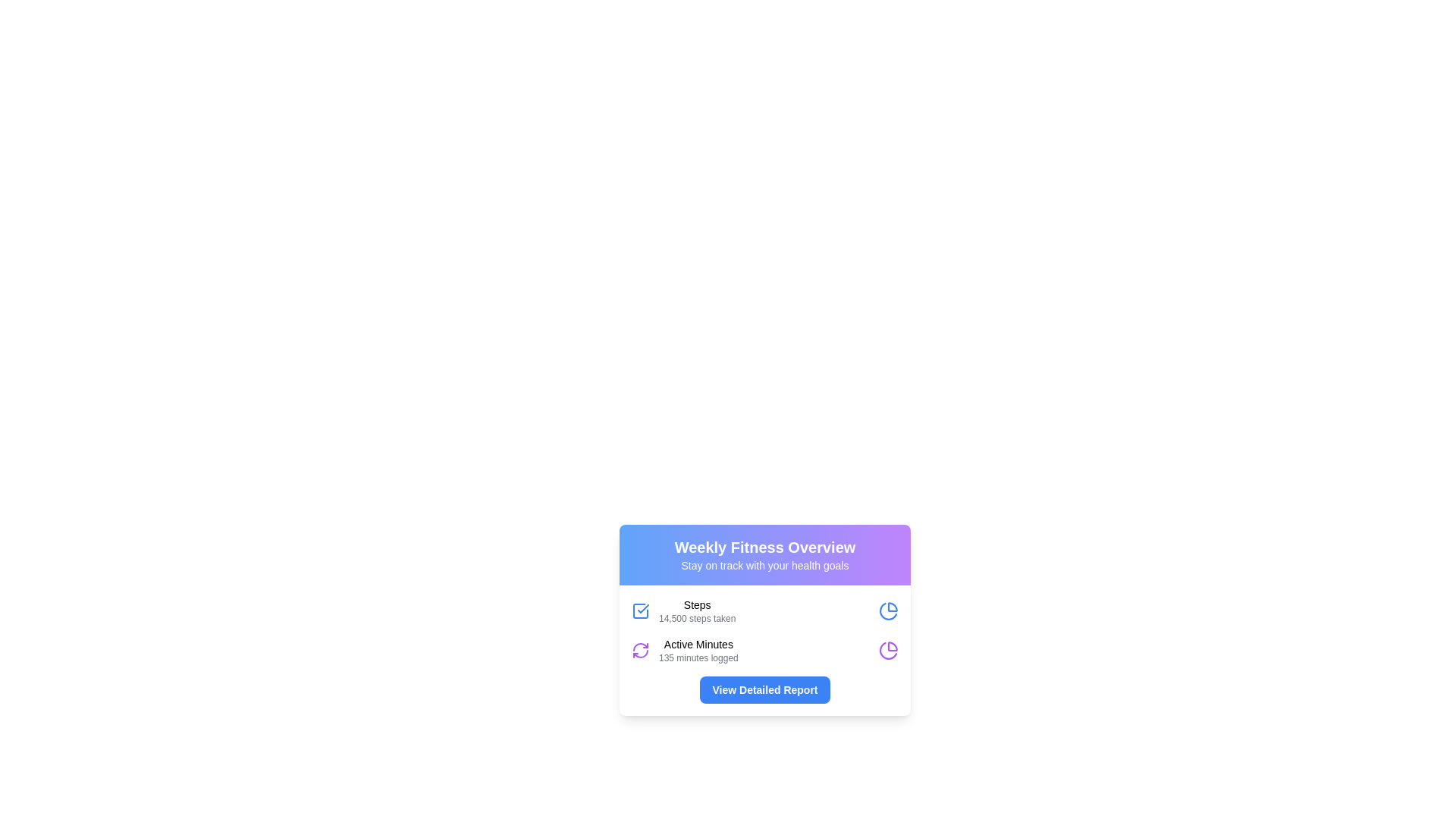  I want to click on the refresh icon located in the bottom-left corner of the 'Weekly Fitness Overview' card, so click(640, 649).